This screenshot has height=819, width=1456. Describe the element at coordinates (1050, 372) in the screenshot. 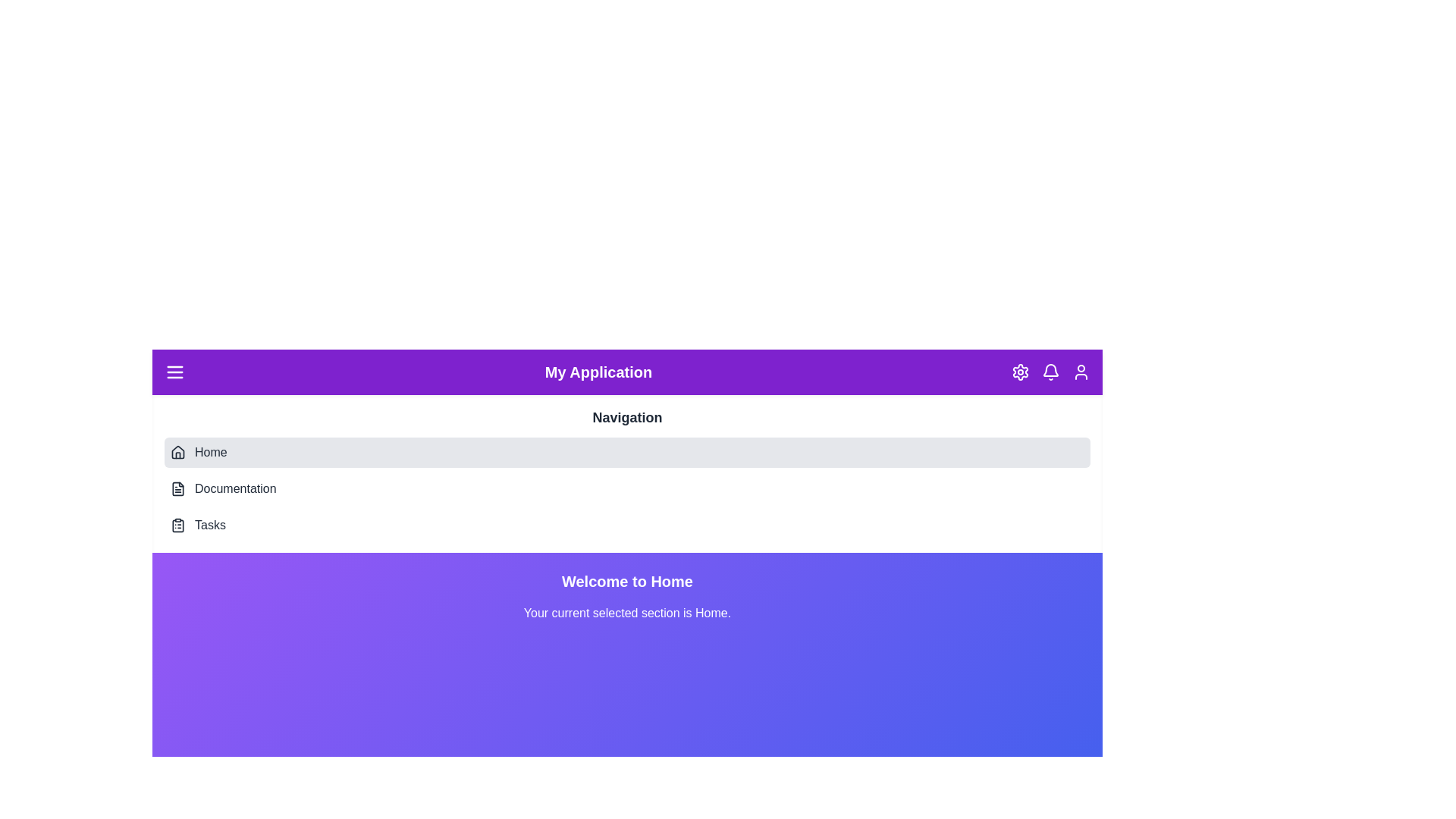

I see `the Bell icon in the header` at that location.